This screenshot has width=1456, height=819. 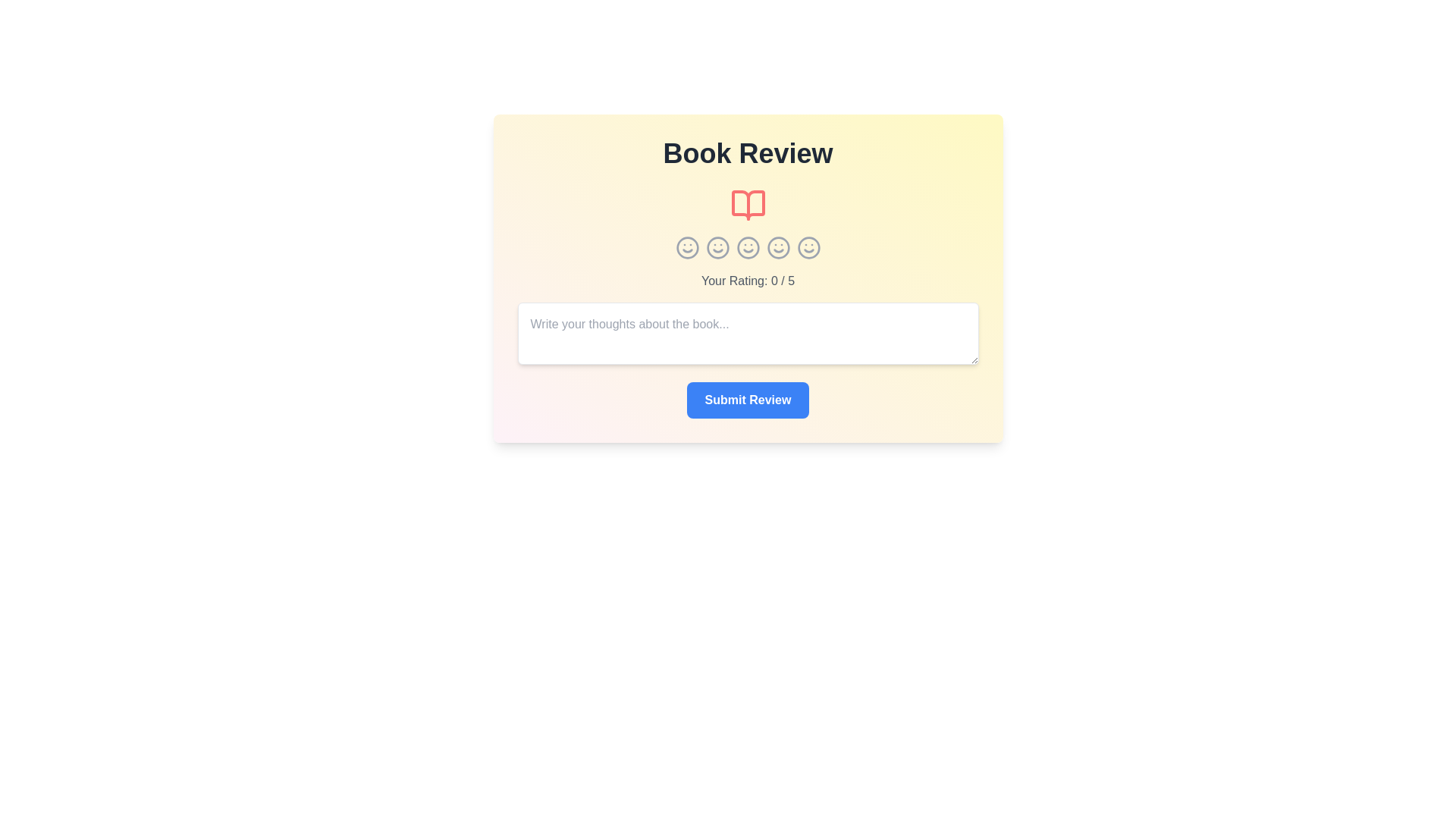 I want to click on the star icon corresponding to the rating 2 to set the rating, so click(x=717, y=247).